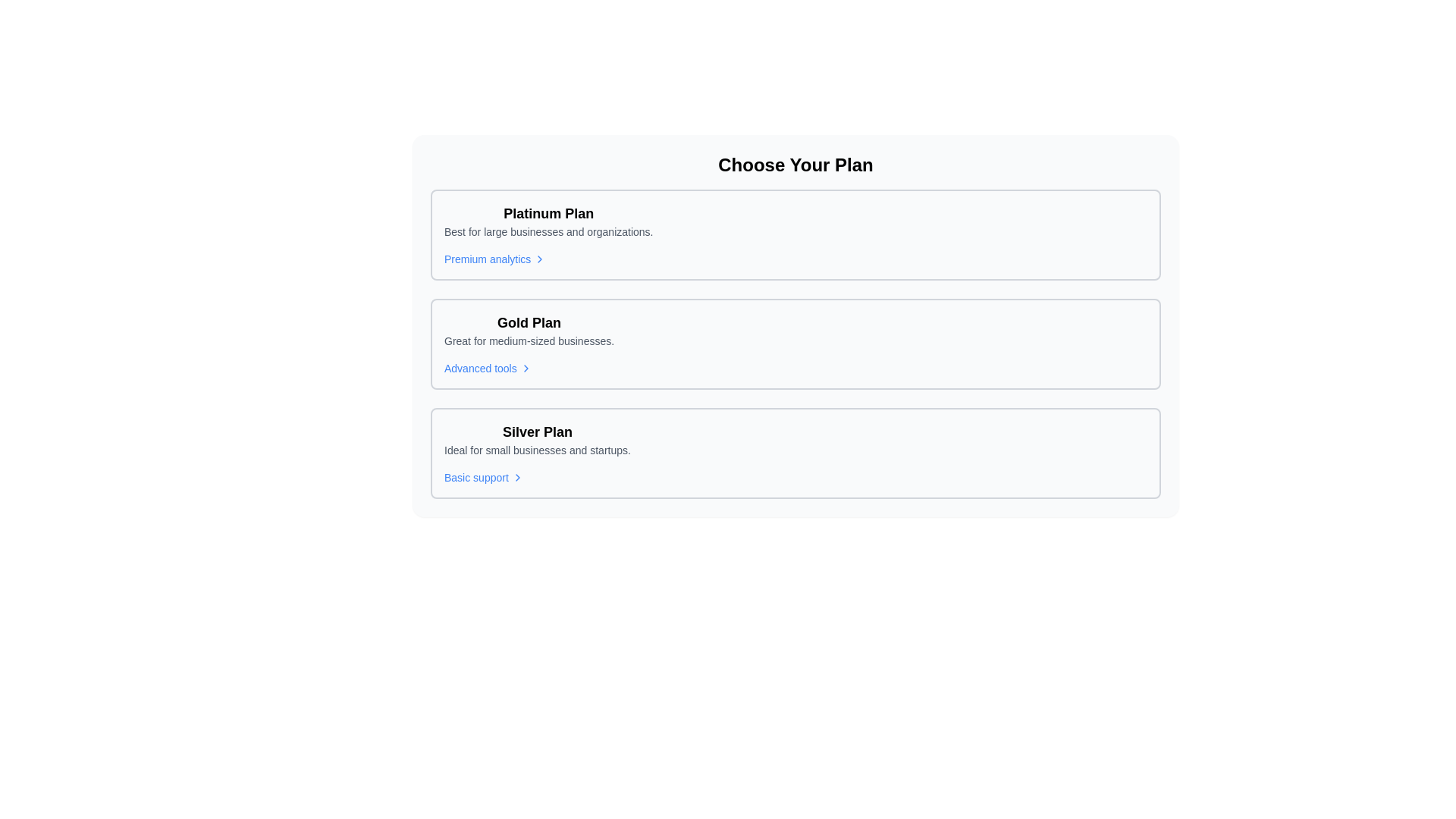  I want to click on displayed text of the first list item titled 'Platinum Plan' which highlights it as the most prominent option above 'Gold Plan' and 'Silver Plan', so click(548, 221).